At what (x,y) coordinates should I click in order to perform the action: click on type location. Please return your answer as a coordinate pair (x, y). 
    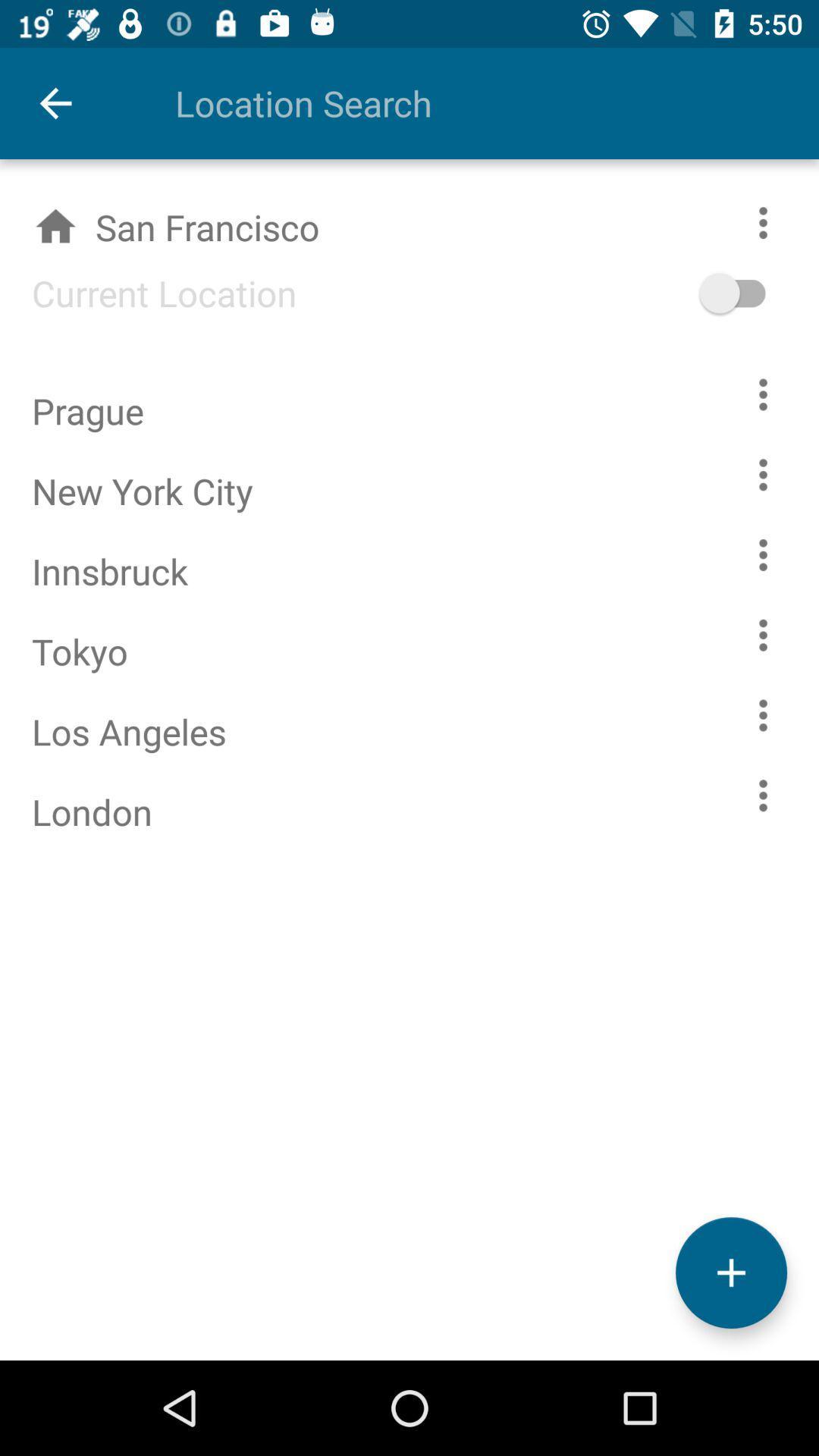
    Looking at the image, I should click on (464, 102).